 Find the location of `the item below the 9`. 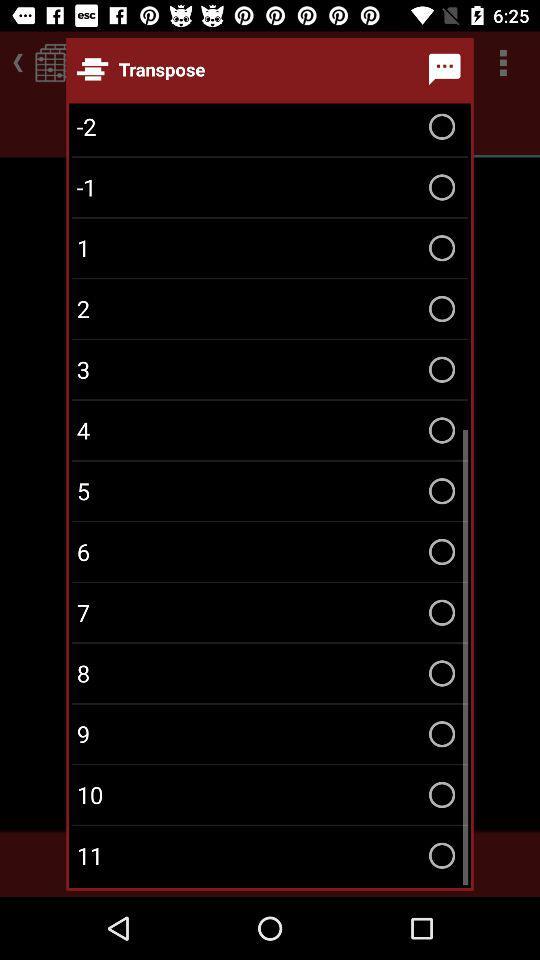

the item below the 9 is located at coordinates (270, 794).